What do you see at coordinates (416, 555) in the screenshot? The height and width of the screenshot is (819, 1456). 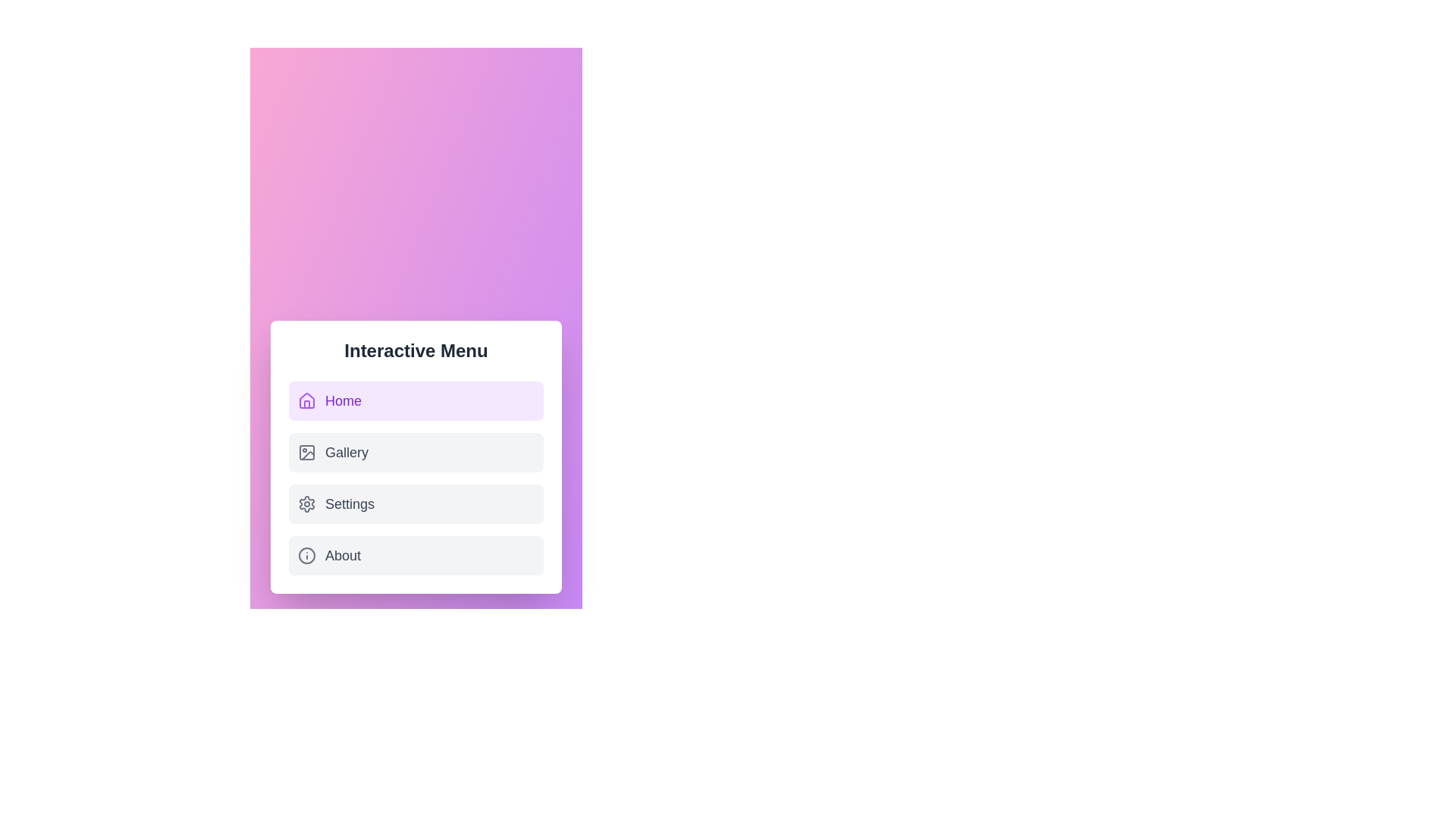 I see `the tab labeled About to switch to that tab` at bounding box center [416, 555].